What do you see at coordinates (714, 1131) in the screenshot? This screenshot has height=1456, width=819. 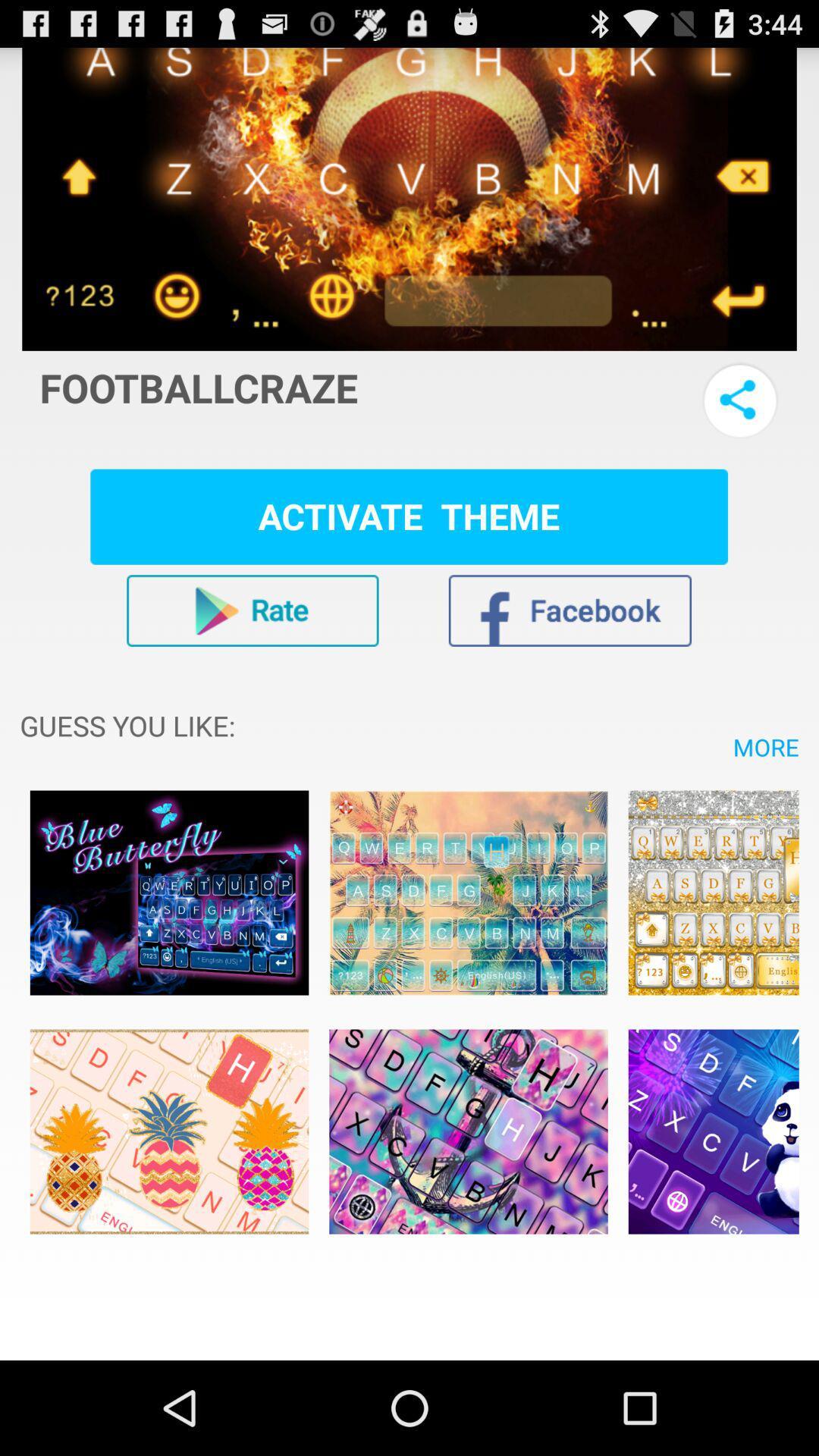 I see `icon selection` at bounding box center [714, 1131].